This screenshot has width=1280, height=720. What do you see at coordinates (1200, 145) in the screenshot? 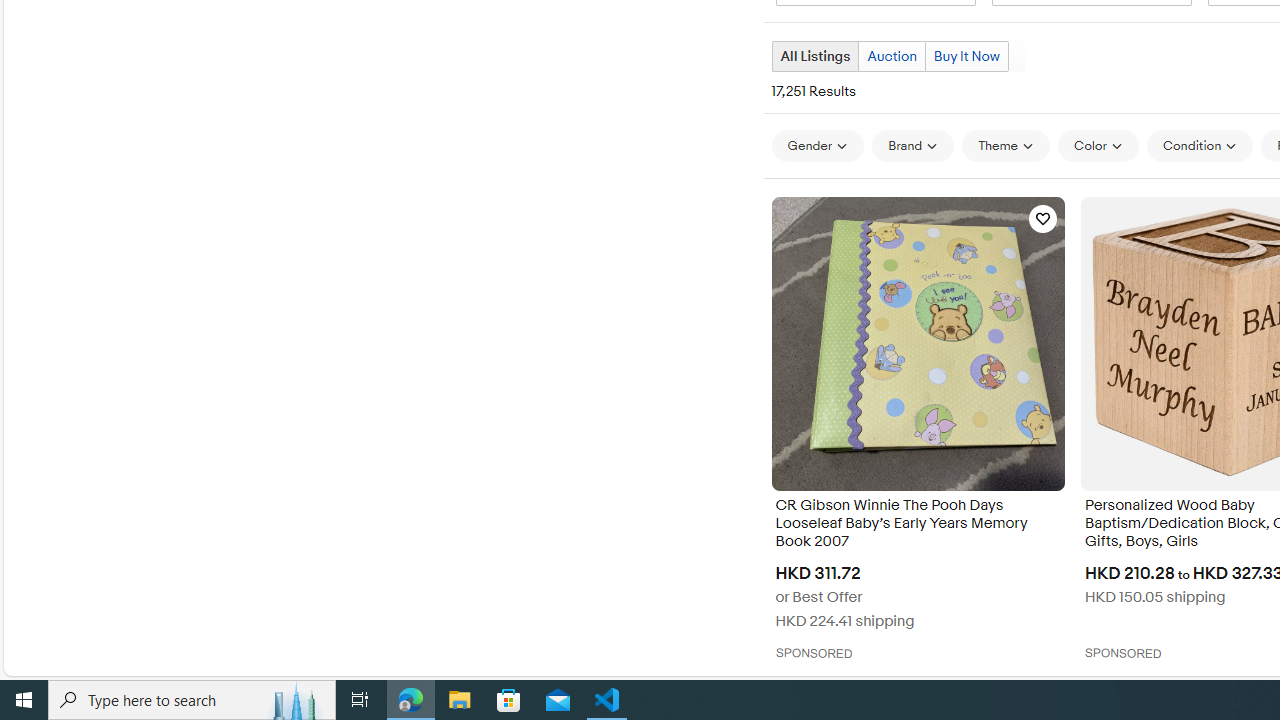
I see `'Condition'` at bounding box center [1200, 145].